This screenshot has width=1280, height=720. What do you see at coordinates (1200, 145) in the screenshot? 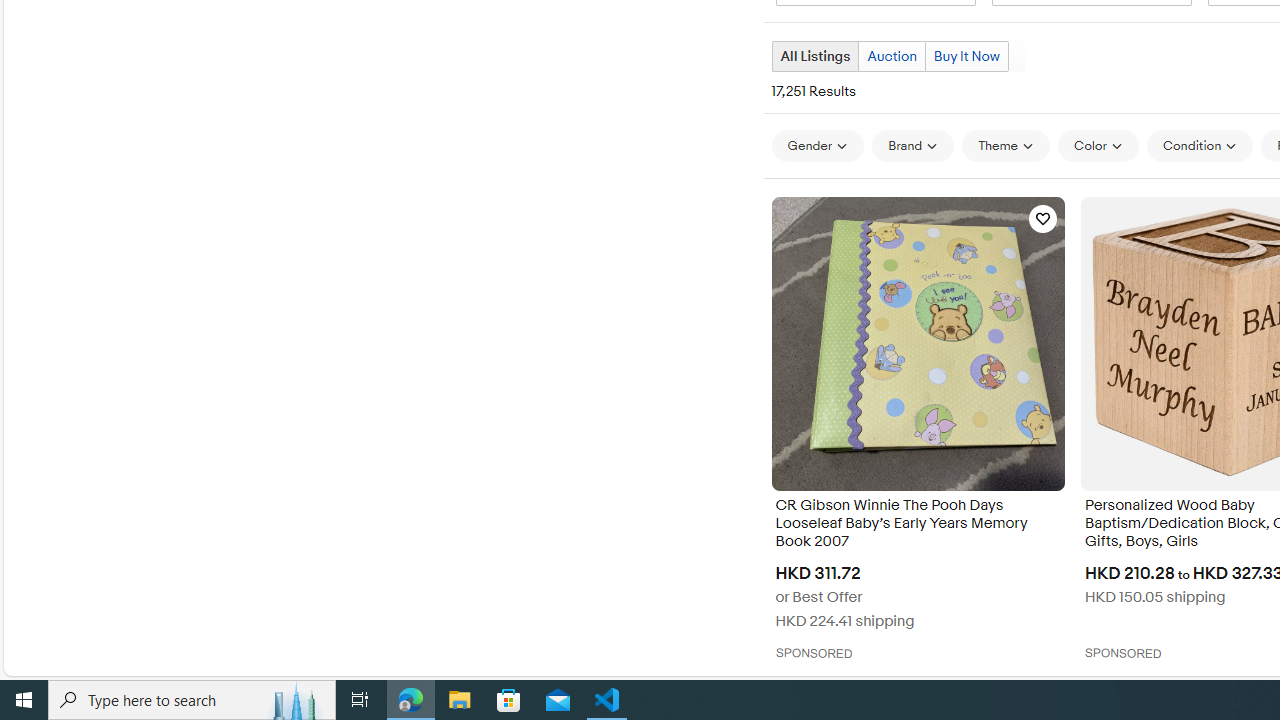
I see `'Condition'` at bounding box center [1200, 145].